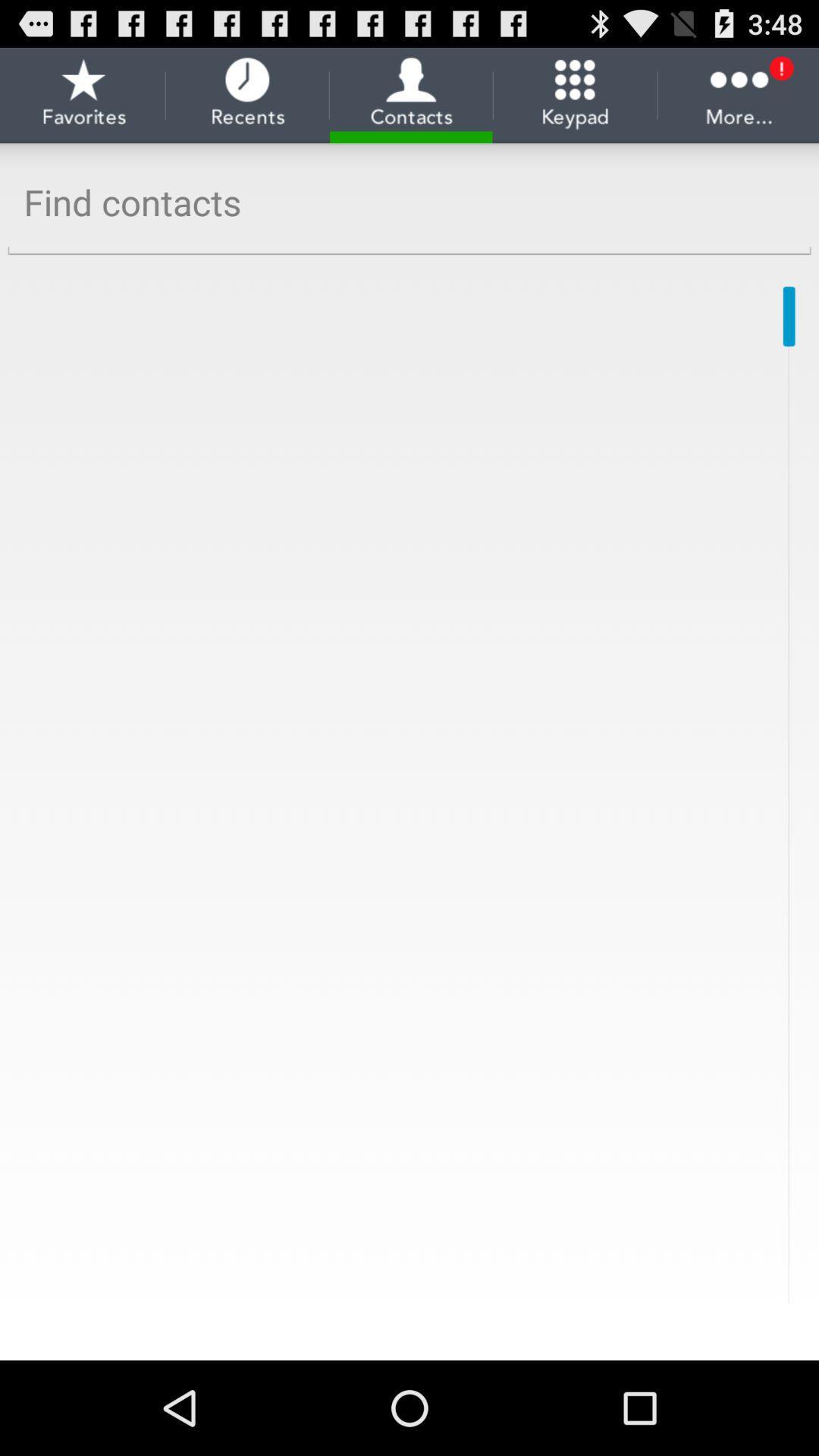 This screenshot has width=819, height=1456. What do you see at coordinates (409, 202) in the screenshot?
I see `search for contacts` at bounding box center [409, 202].